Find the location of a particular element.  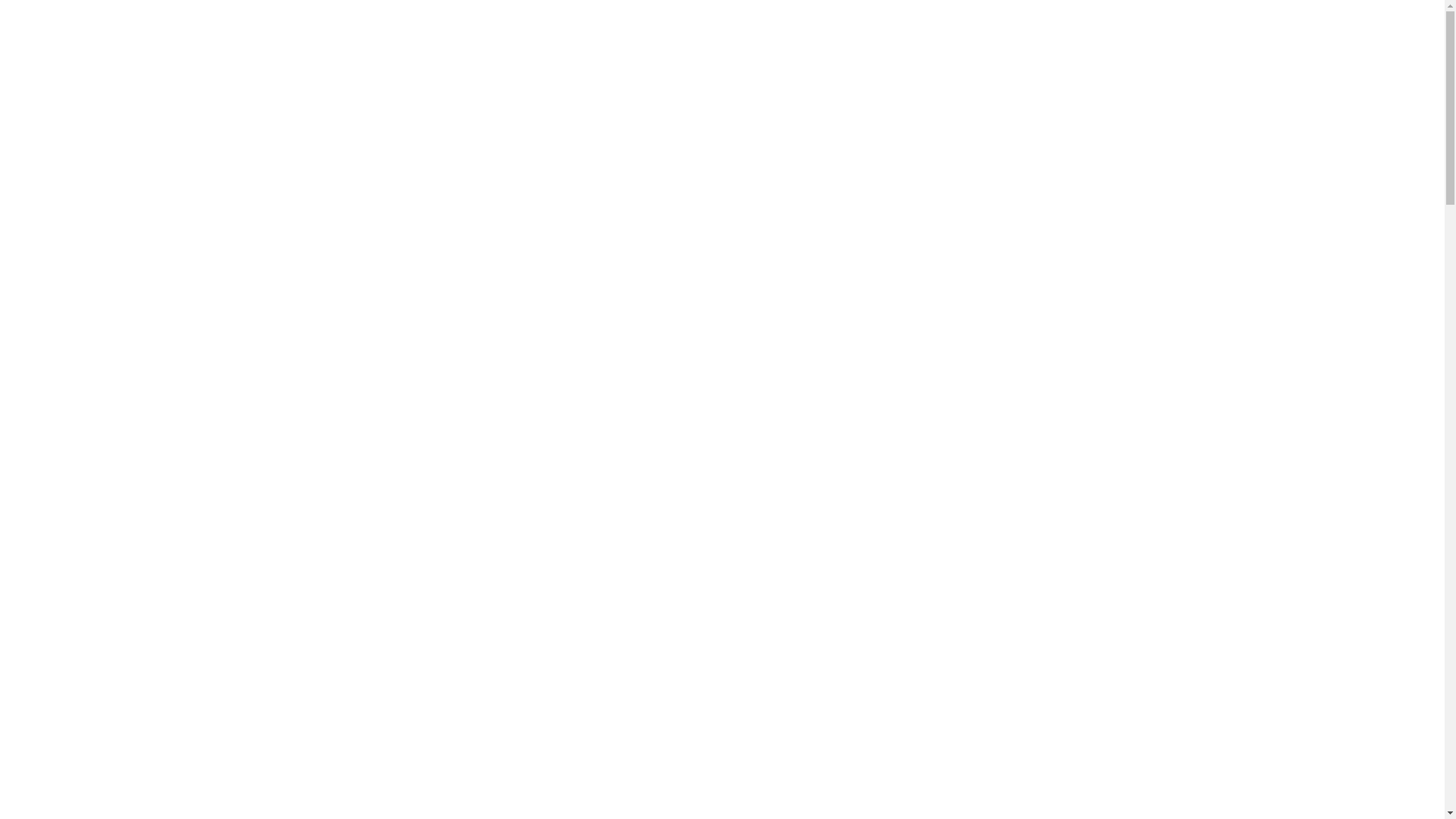

'Far North Coast Conveyancing' is located at coordinates (400, 65).